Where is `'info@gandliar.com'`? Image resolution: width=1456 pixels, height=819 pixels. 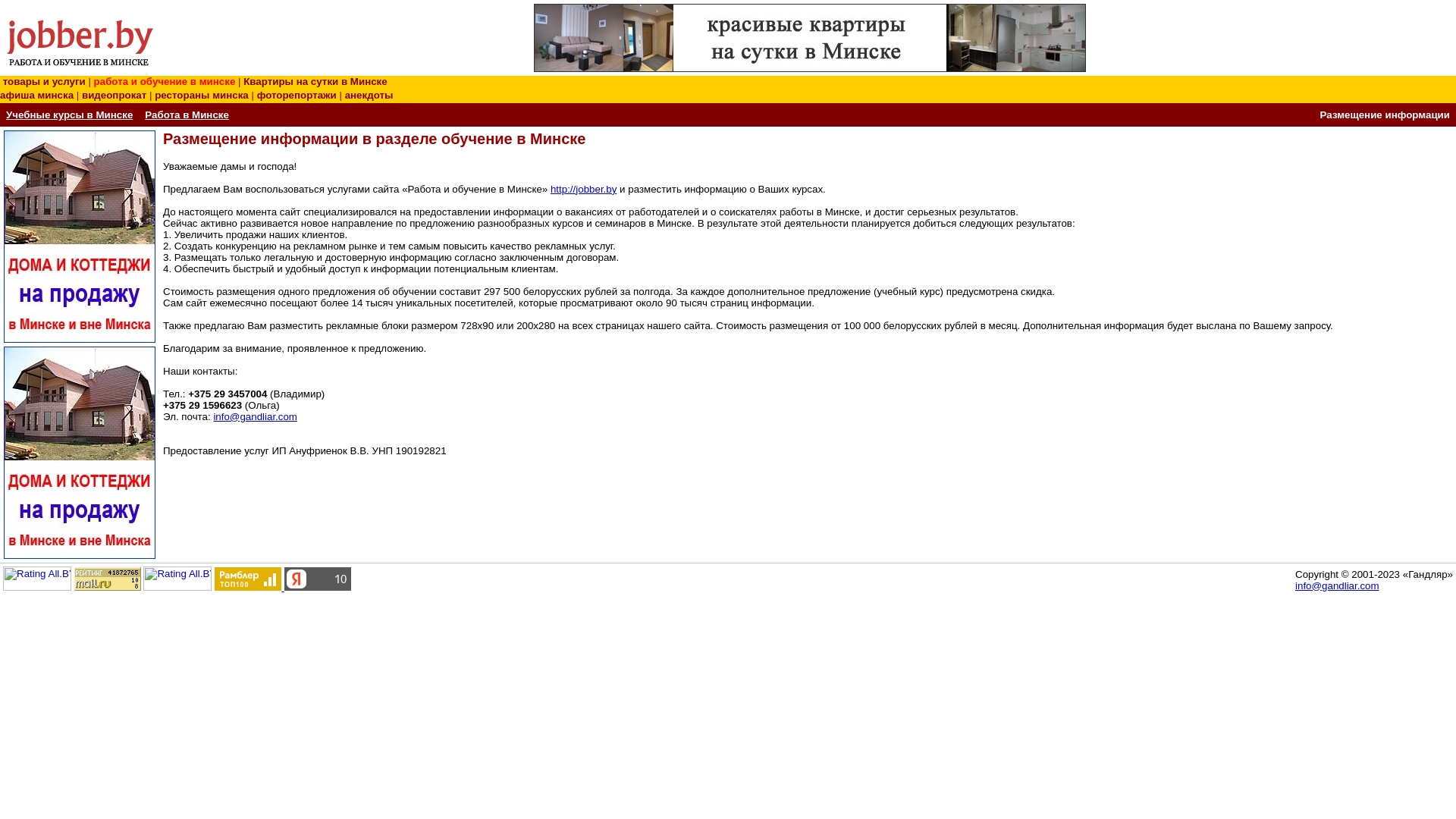
'info@gandliar.com' is located at coordinates (255, 416).